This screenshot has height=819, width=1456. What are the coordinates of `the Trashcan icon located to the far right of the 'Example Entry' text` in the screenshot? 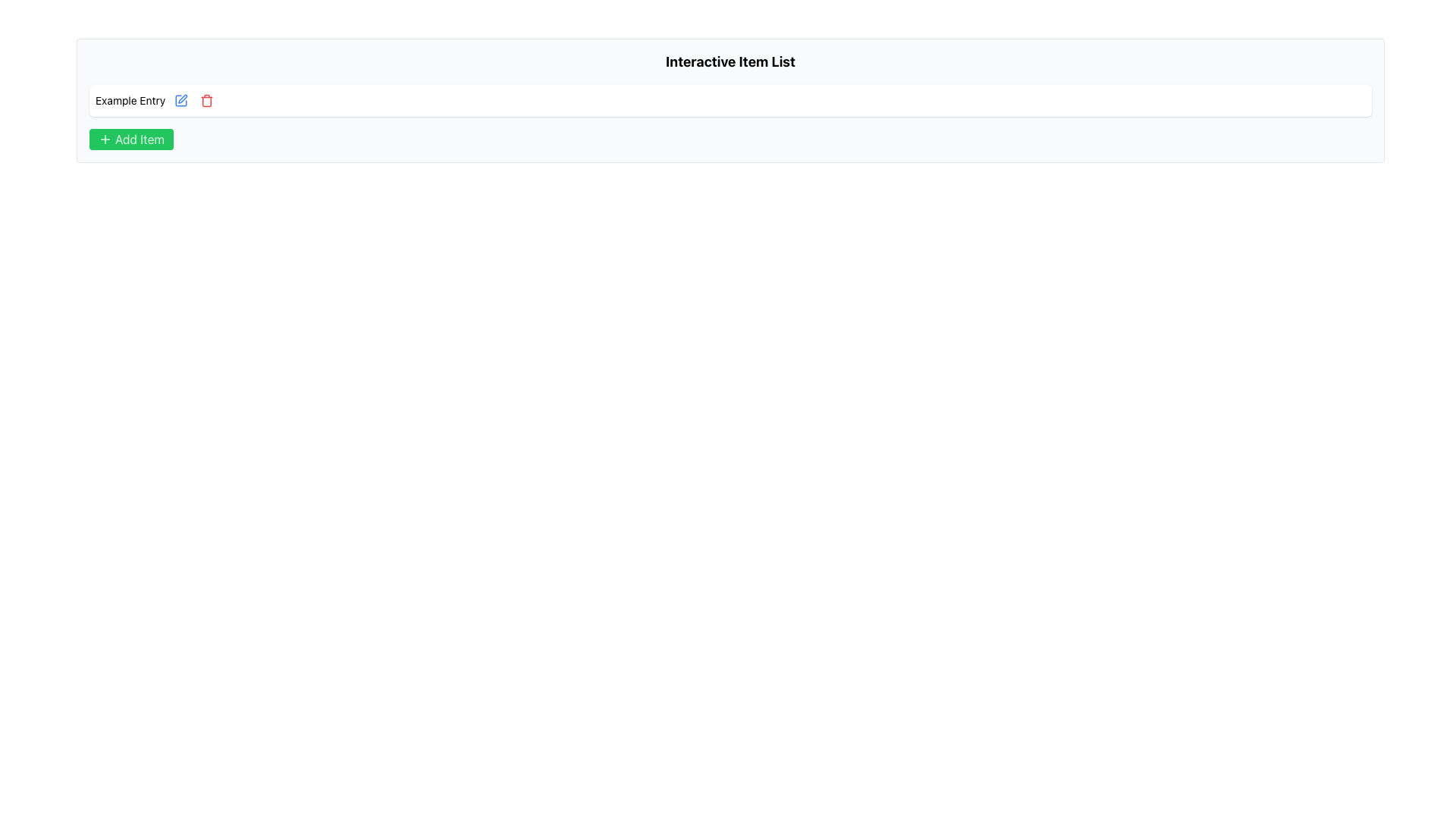 It's located at (206, 100).